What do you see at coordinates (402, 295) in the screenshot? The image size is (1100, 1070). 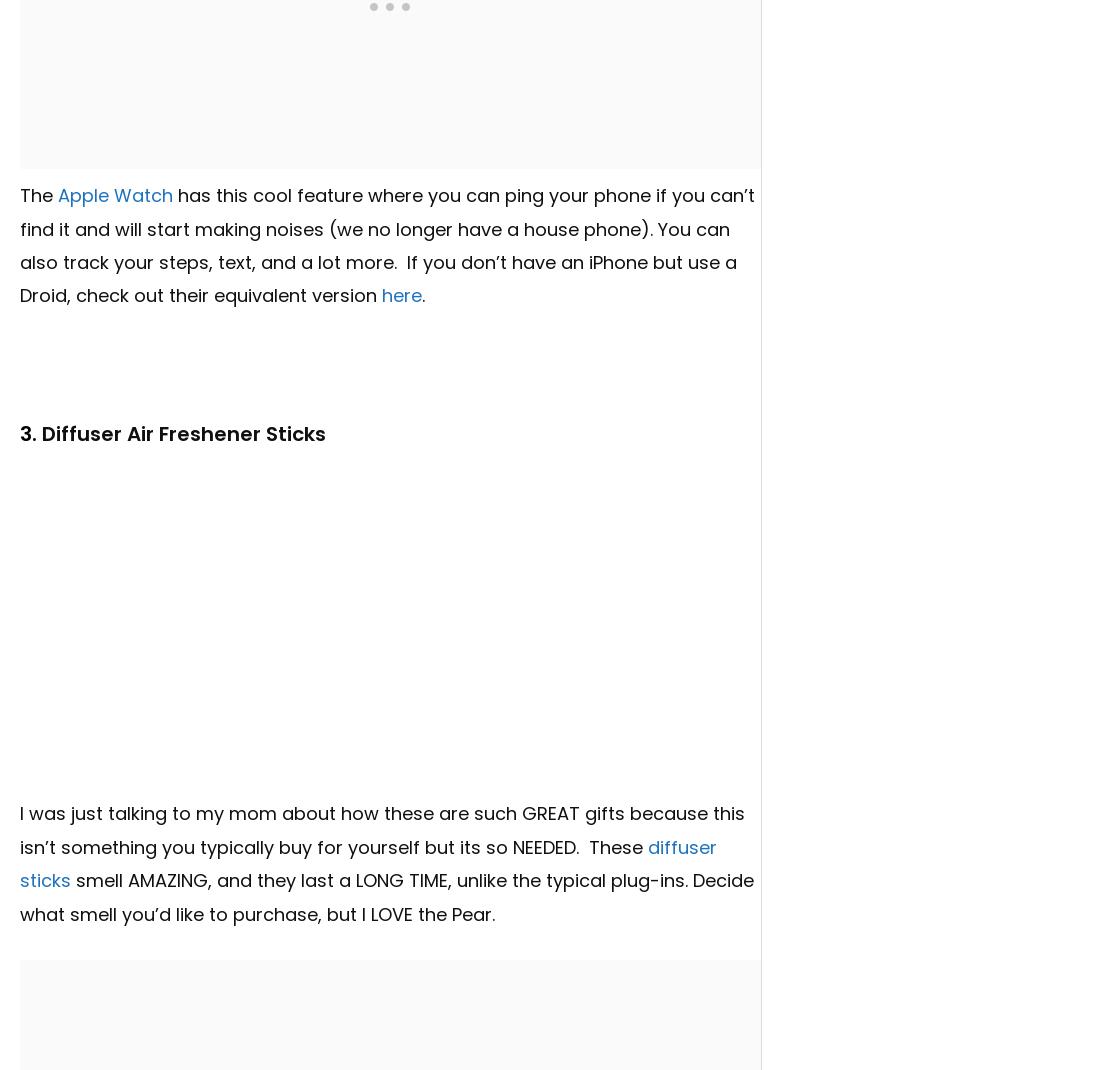 I see `'here'` at bounding box center [402, 295].